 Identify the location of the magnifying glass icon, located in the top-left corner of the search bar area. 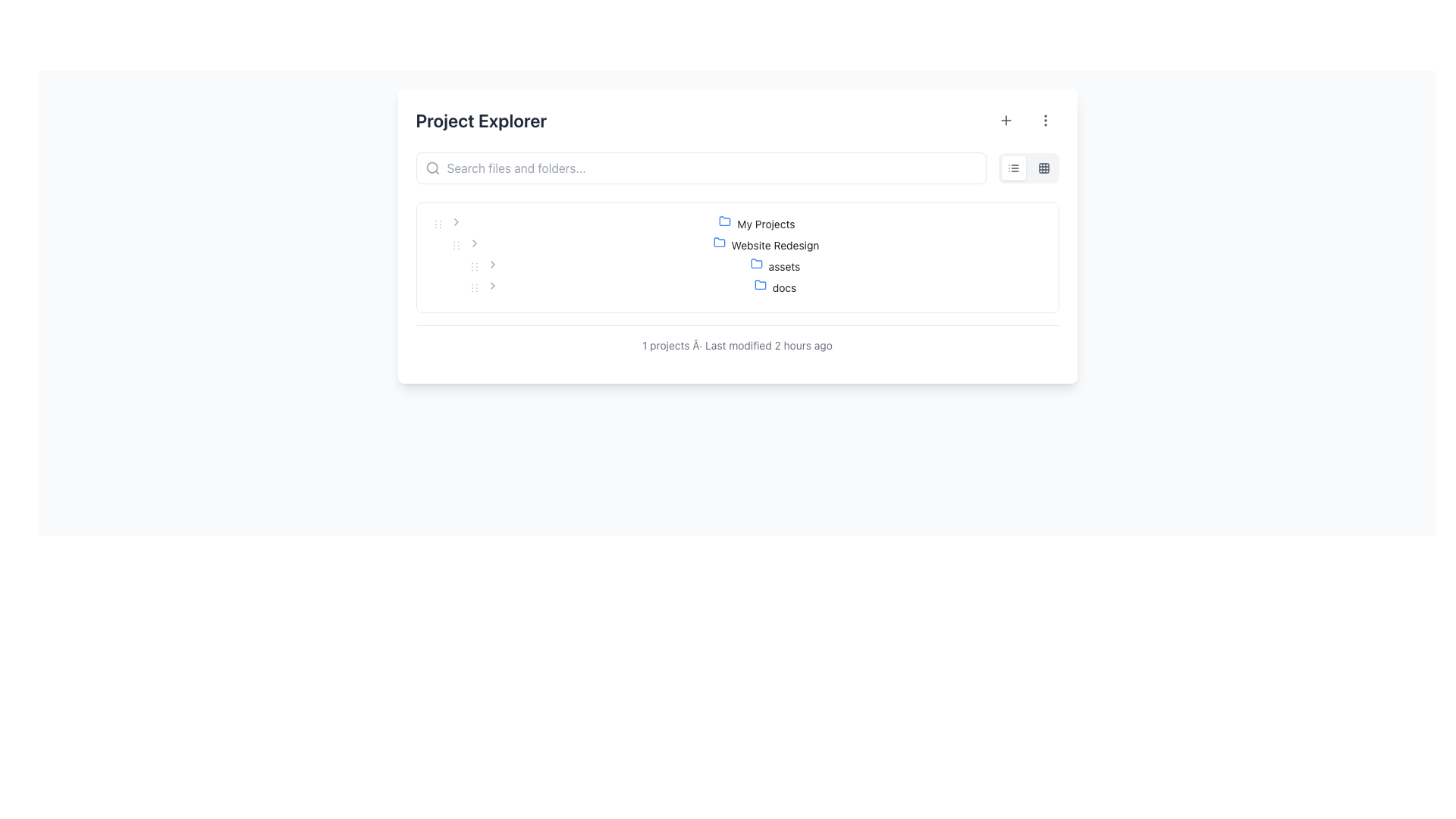
(431, 168).